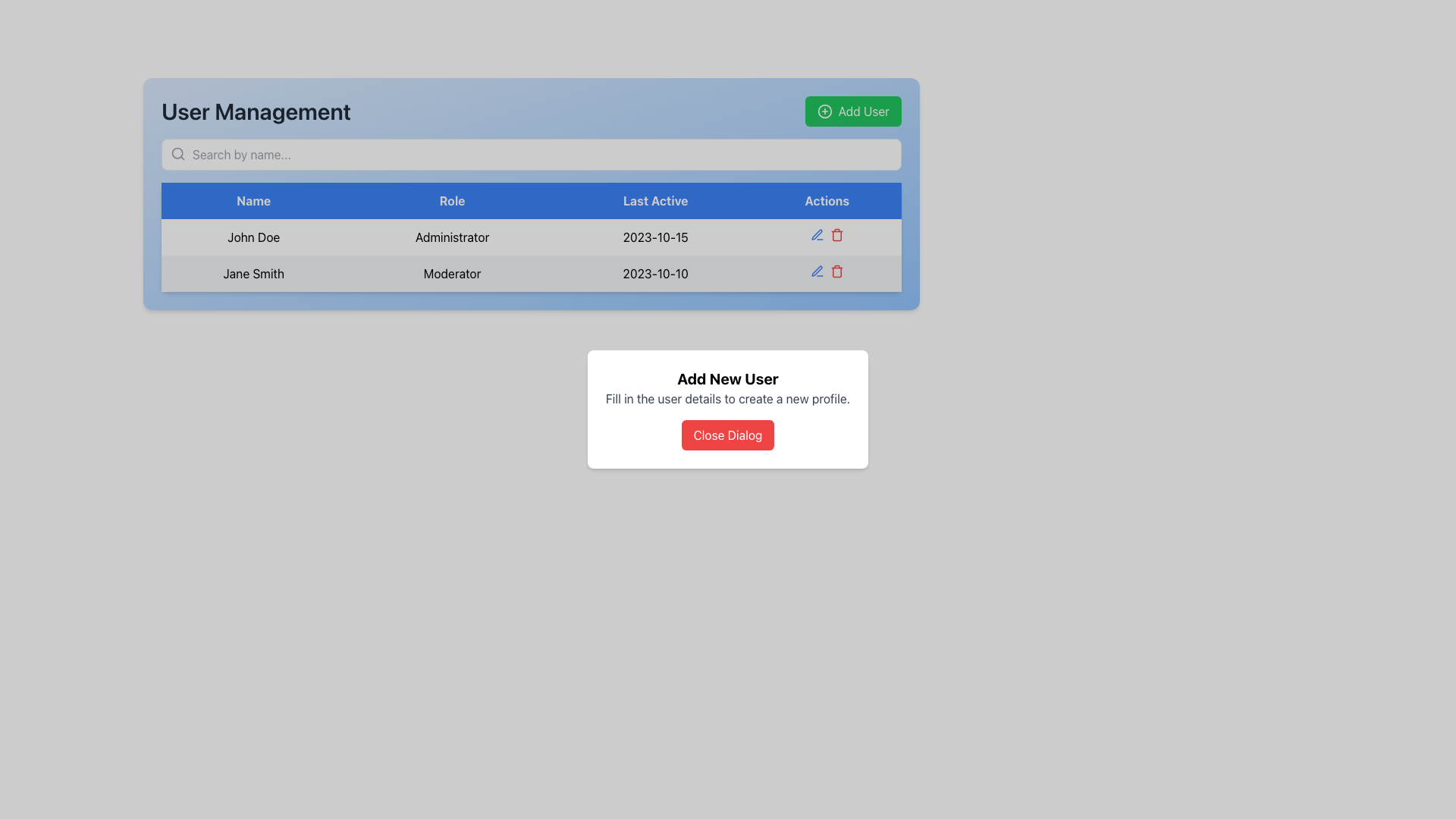 The image size is (1456, 819). I want to click on the third button in the 'Add New User' dialog, so click(728, 435).